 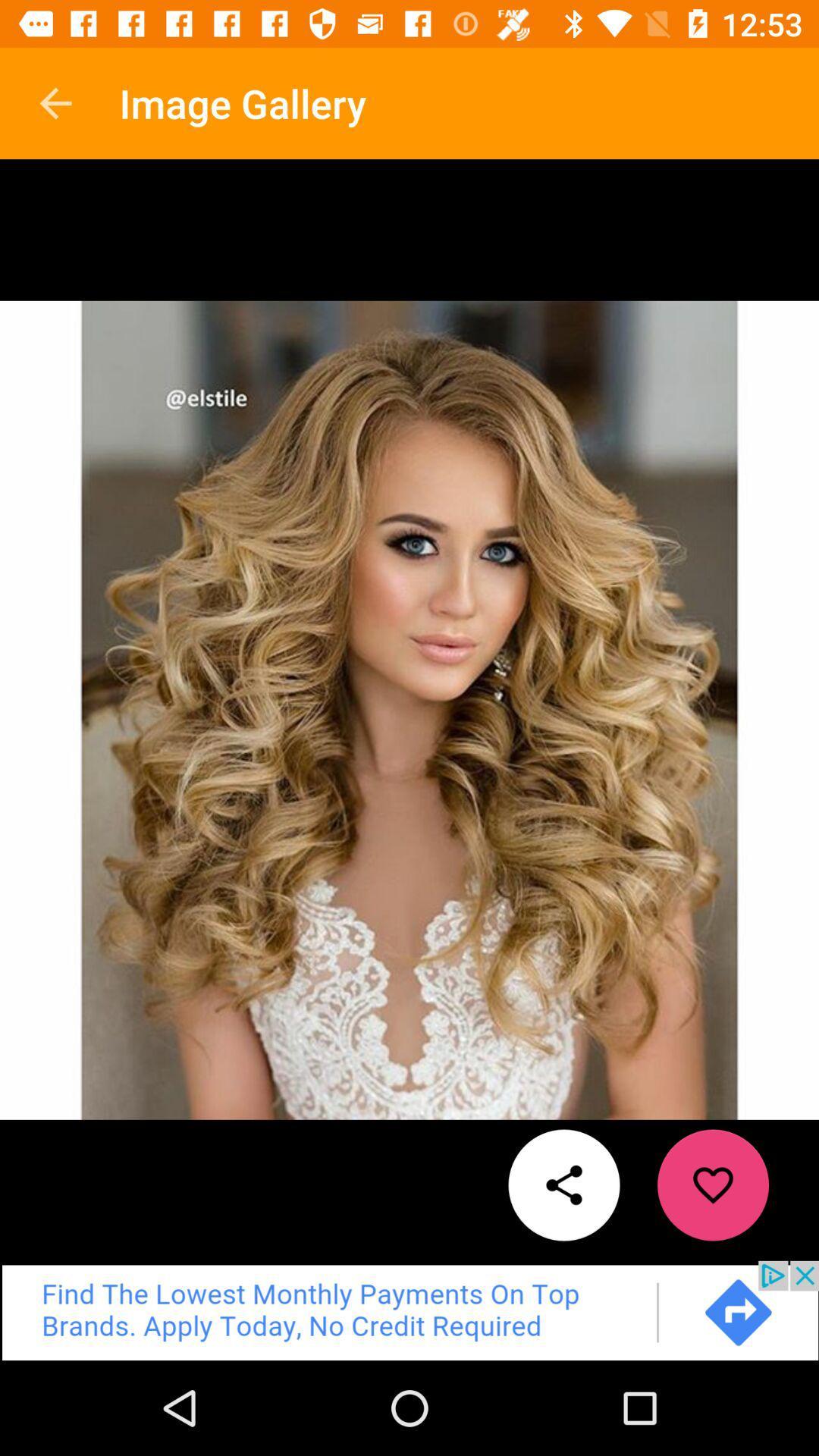 What do you see at coordinates (564, 1185) in the screenshot?
I see `share image` at bounding box center [564, 1185].